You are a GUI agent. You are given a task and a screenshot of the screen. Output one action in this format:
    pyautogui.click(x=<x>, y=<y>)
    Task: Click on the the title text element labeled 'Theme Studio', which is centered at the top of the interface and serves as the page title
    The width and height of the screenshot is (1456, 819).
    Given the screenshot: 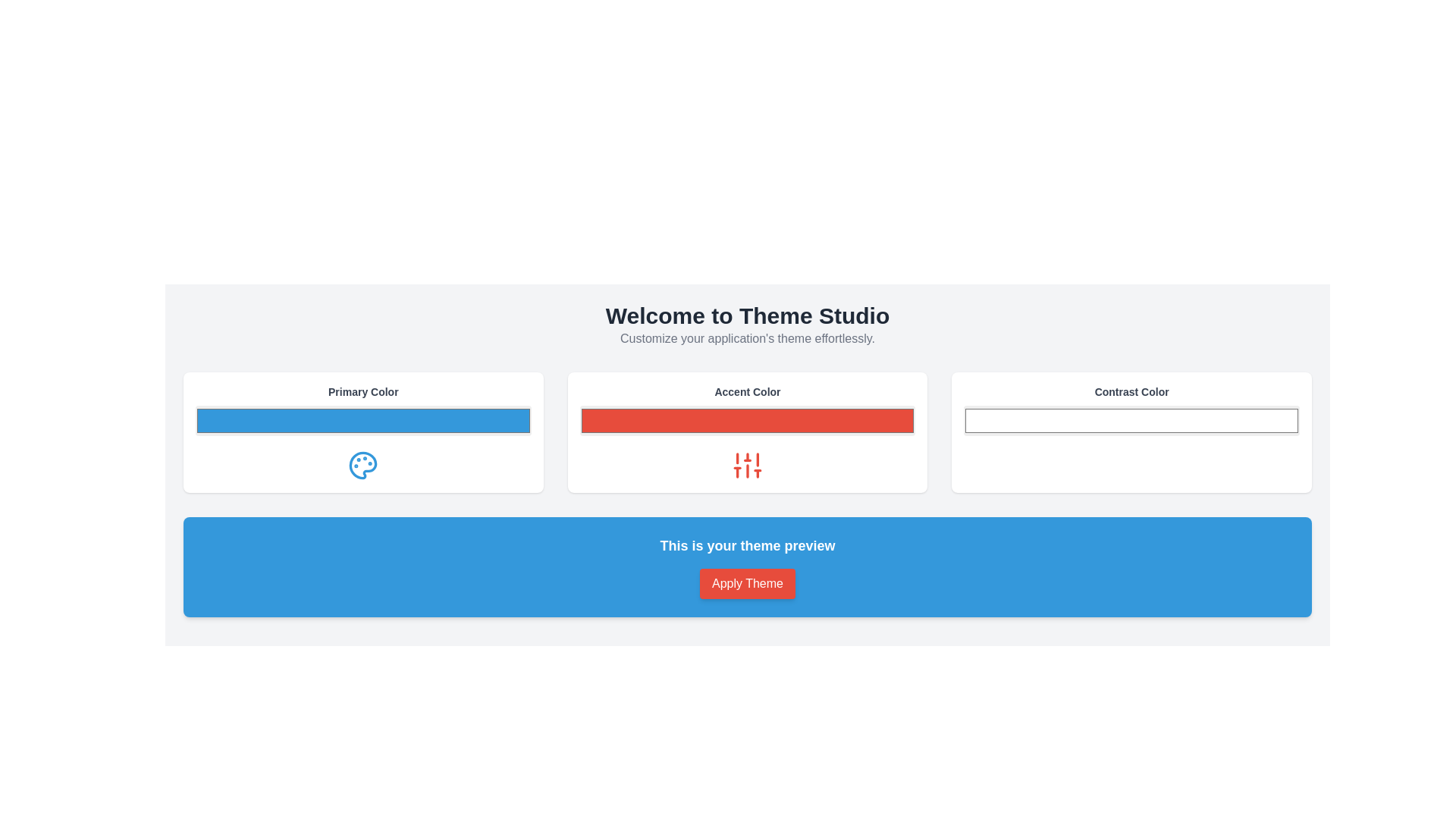 What is the action you would take?
    pyautogui.click(x=747, y=315)
    